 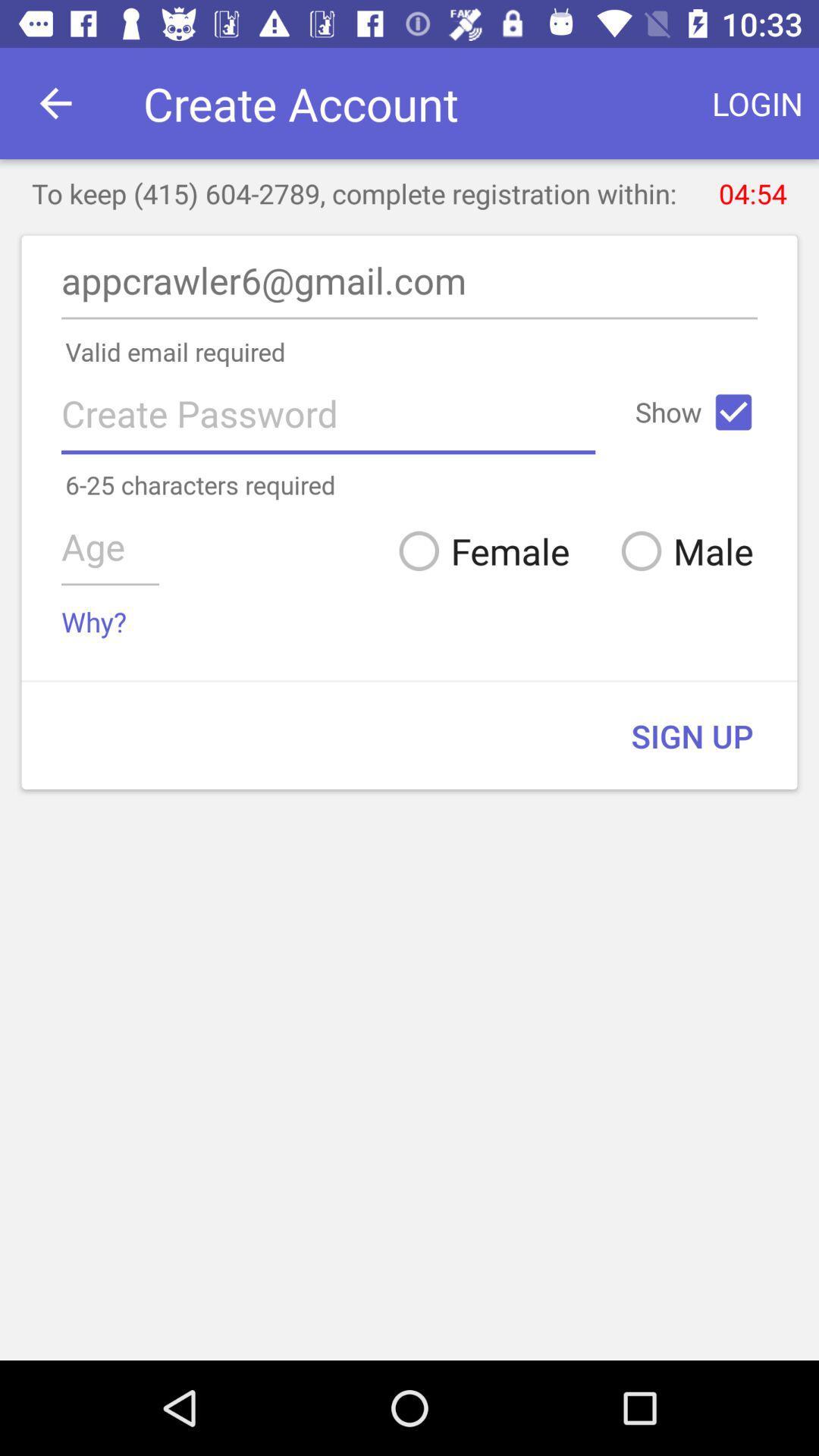 I want to click on item to the right of the show icon, so click(x=733, y=412).